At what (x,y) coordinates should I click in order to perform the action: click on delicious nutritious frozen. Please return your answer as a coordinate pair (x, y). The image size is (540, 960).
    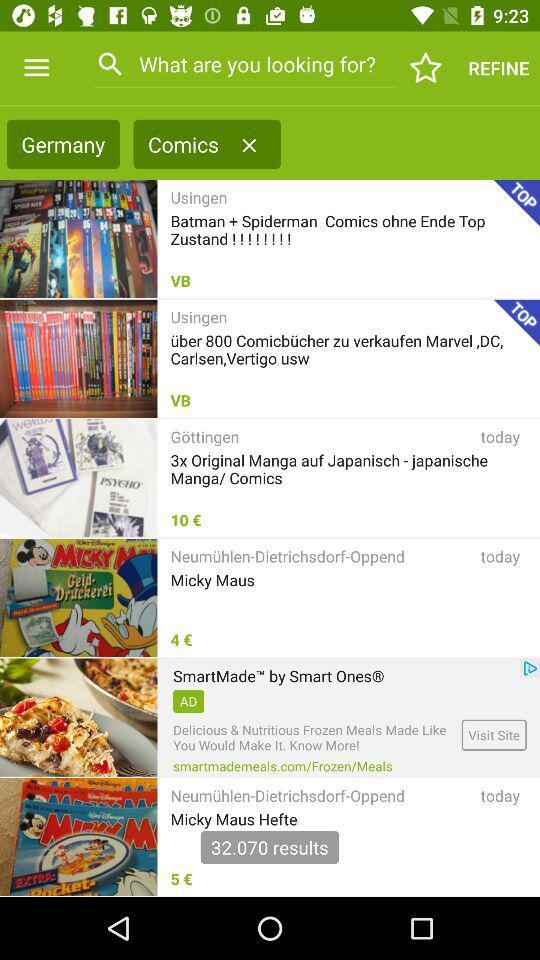
    Looking at the image, I should click on (314, 736).